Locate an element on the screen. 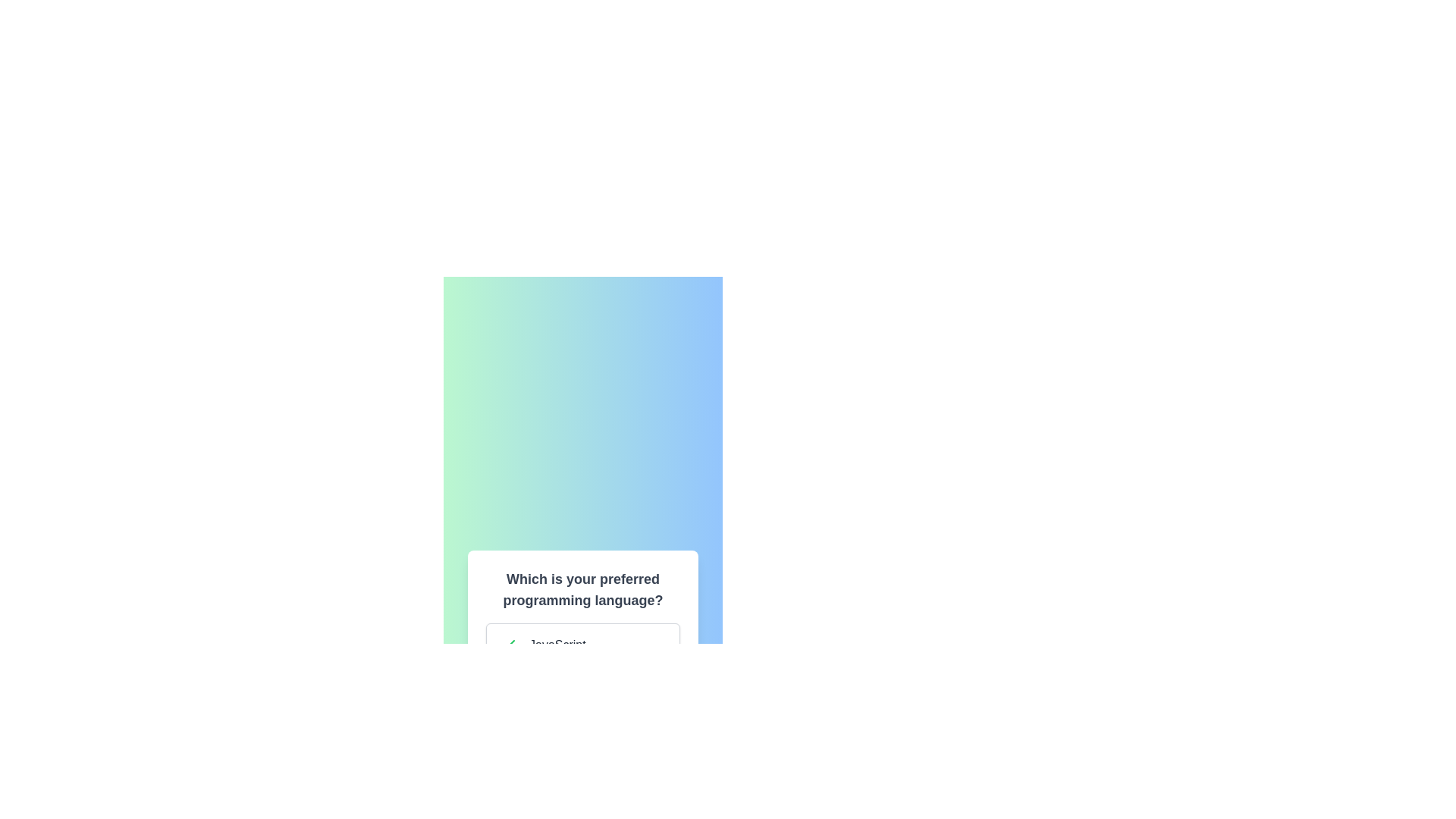 Image resolution: width=1456 pixels, height=819 pixels. the second selectable option for the preferred programming language, which is located beneath the 'JavaScript' option and above the 'Rust' option is located at coordinates (582, 695).